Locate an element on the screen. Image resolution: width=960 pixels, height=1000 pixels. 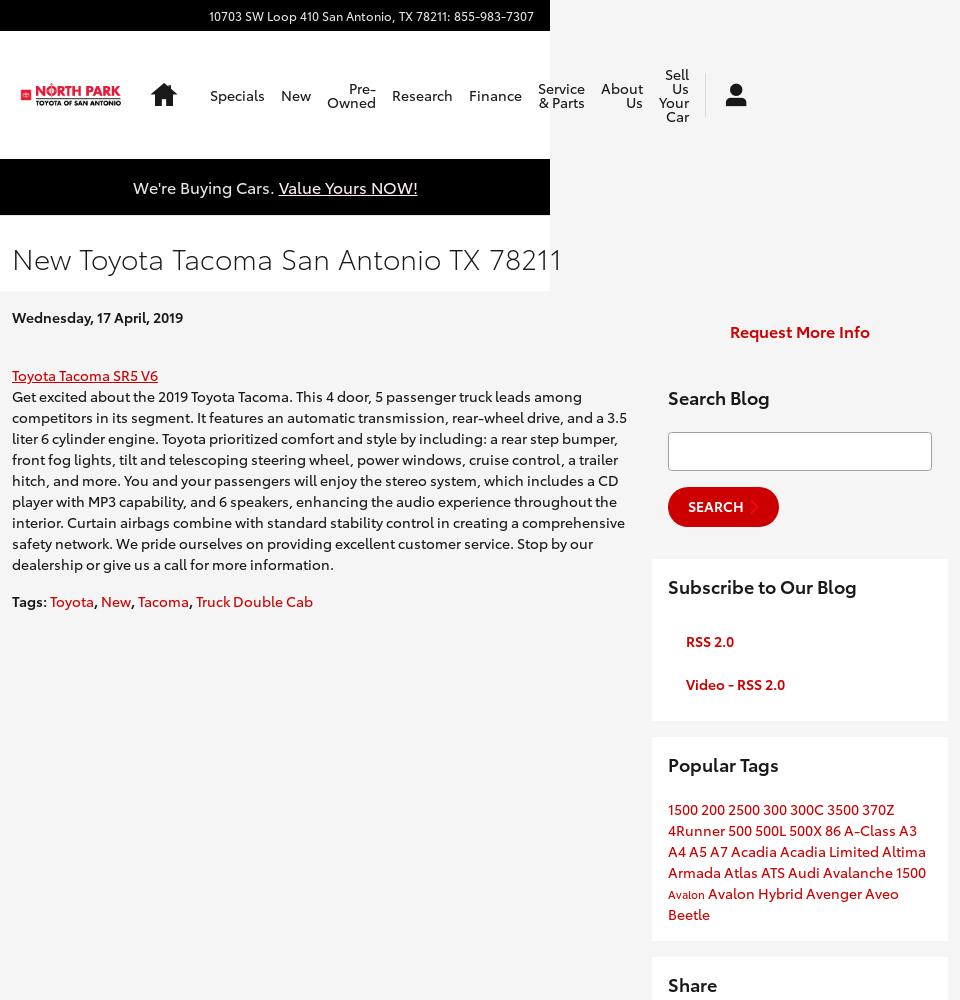
'Specials' is located at coordinates (210, 94).